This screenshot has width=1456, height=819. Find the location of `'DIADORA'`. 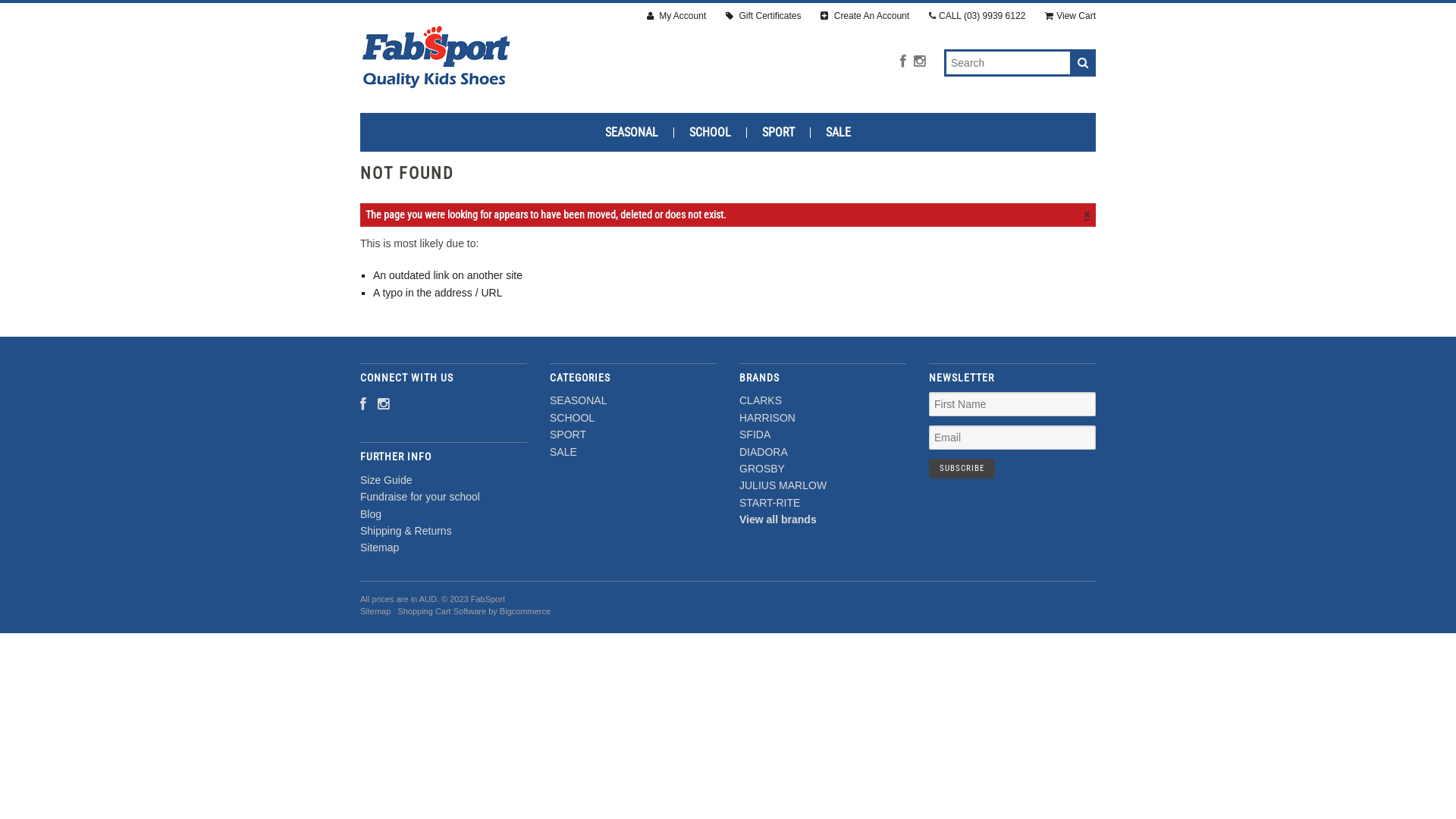

'DIADORA' is located at coordinates (764, 451).